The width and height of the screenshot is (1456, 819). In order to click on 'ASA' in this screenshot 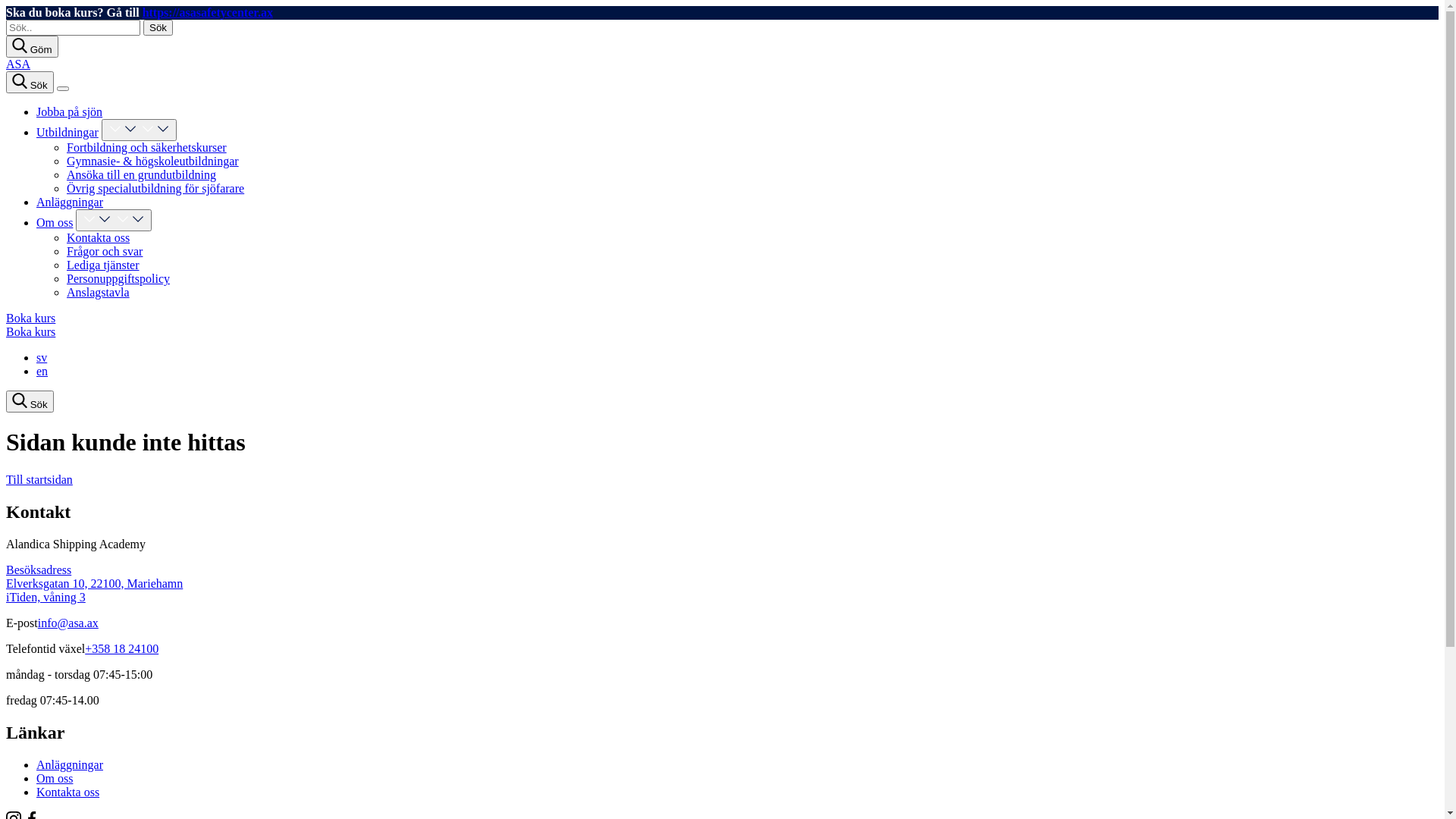, I will do `click(18, 63)`.